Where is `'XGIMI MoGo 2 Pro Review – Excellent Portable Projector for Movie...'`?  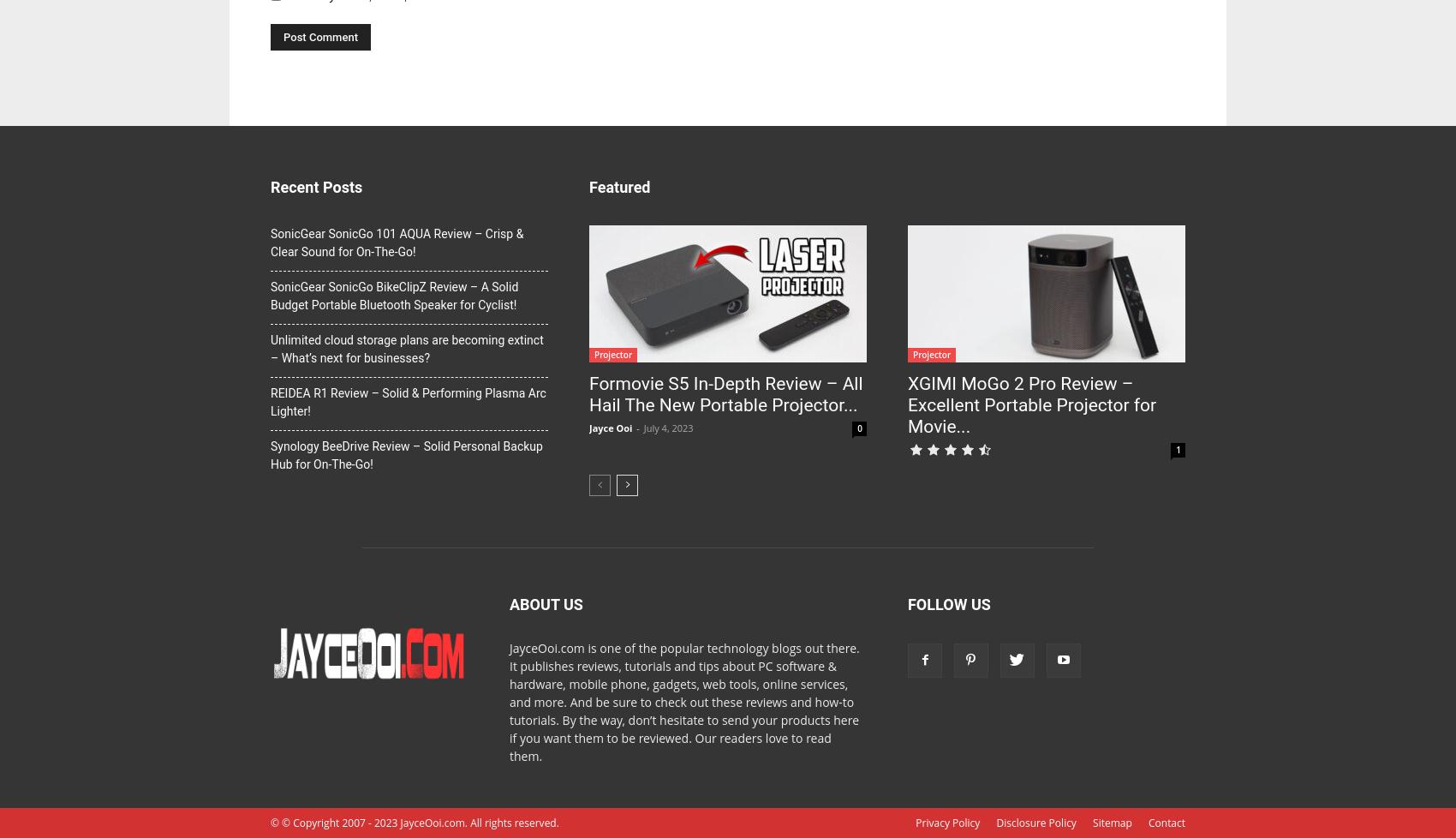
'XGIMI MoGo 2 Pro Review – Excellent Portable Projector for Movie...' is located at coordinates (1030, 404).